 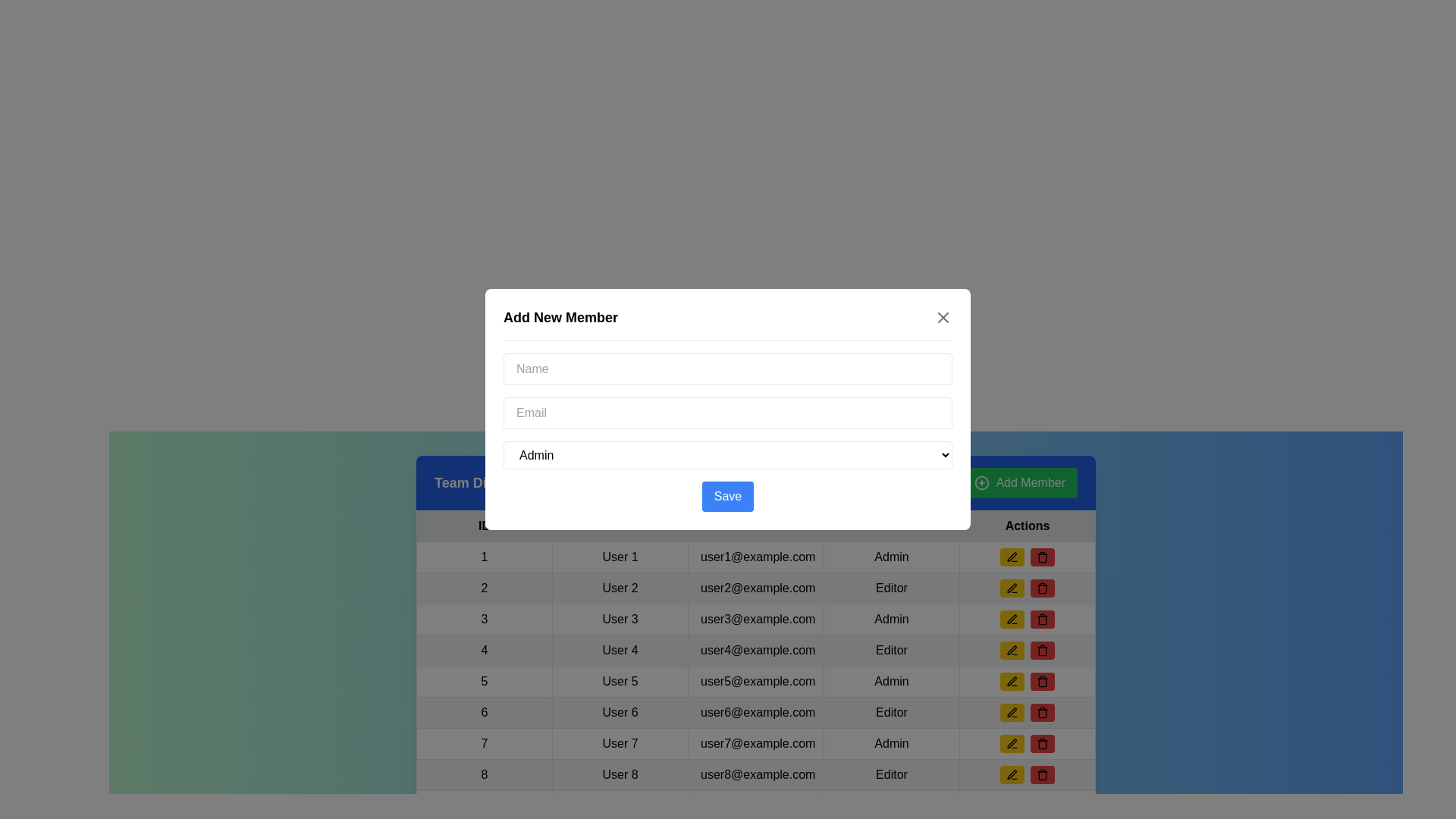 I want to click on the Text cell displaying 'Admin' in the fourth column of the third row of the table, so click(x=892, y=620).